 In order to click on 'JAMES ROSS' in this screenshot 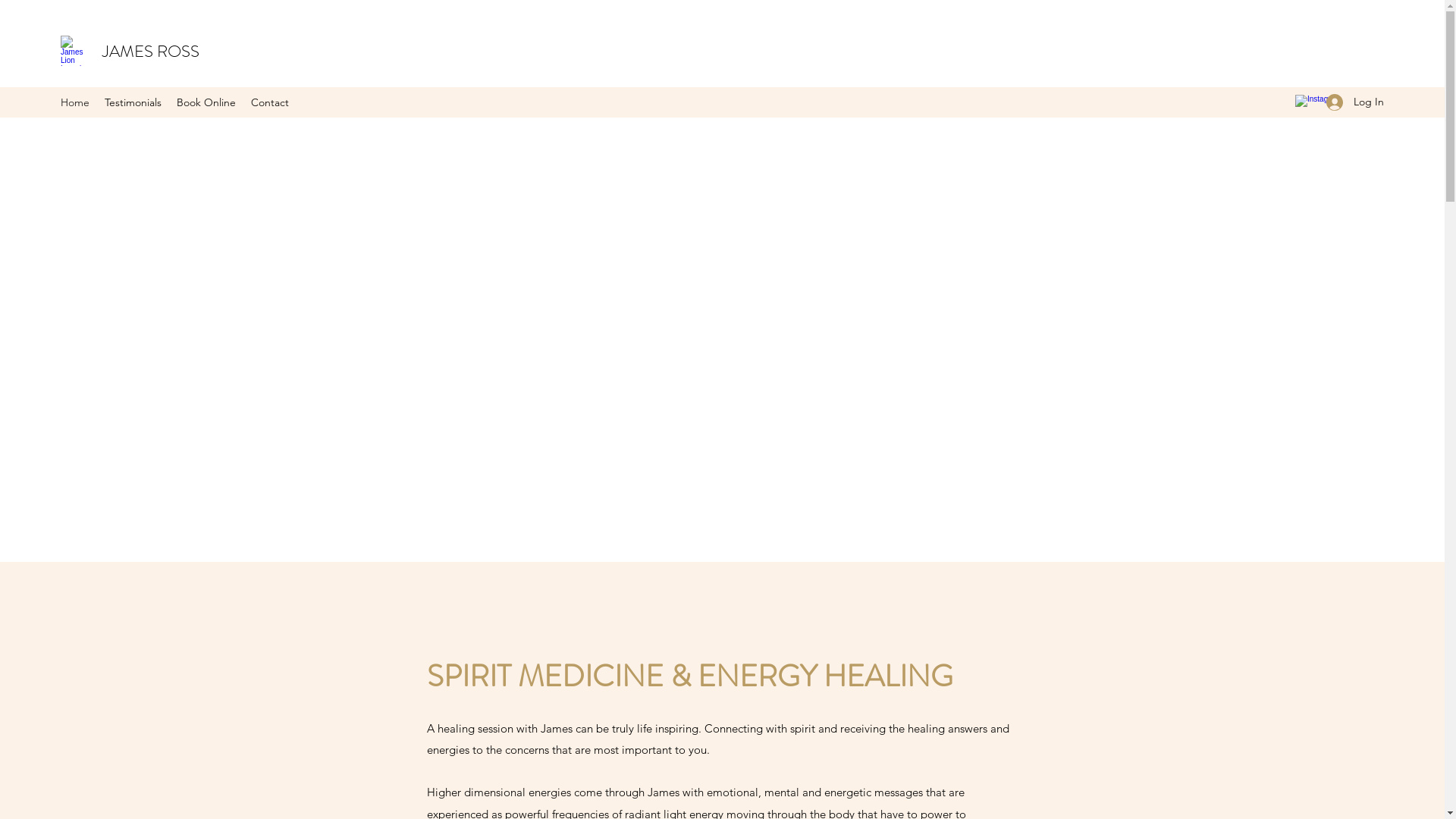, I will do `click(150, 50)`.